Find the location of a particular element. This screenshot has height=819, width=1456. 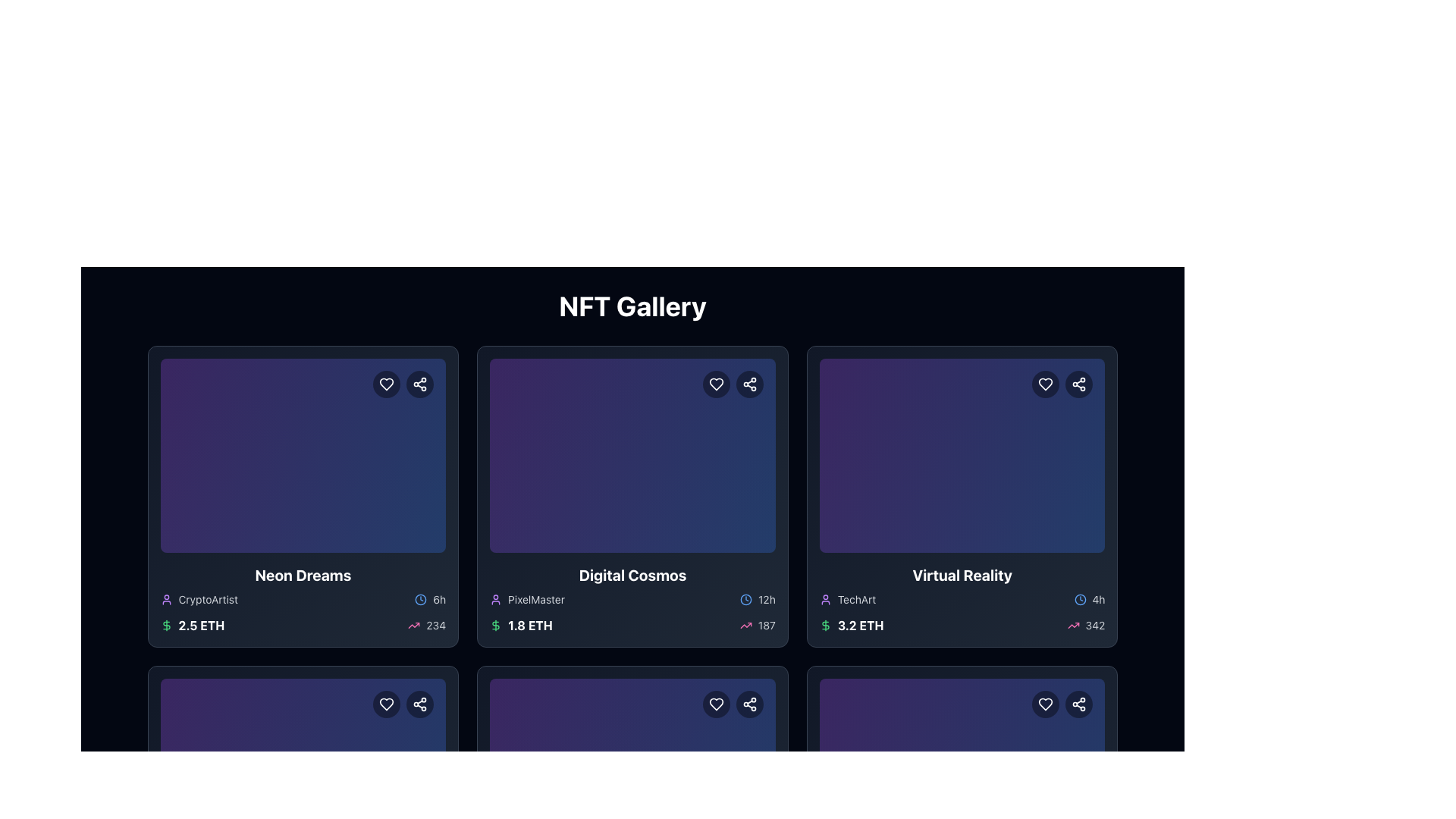

the heart icon in the top-right corner of the second card in the first row of the grid layout is located at coordinates (715, 383).